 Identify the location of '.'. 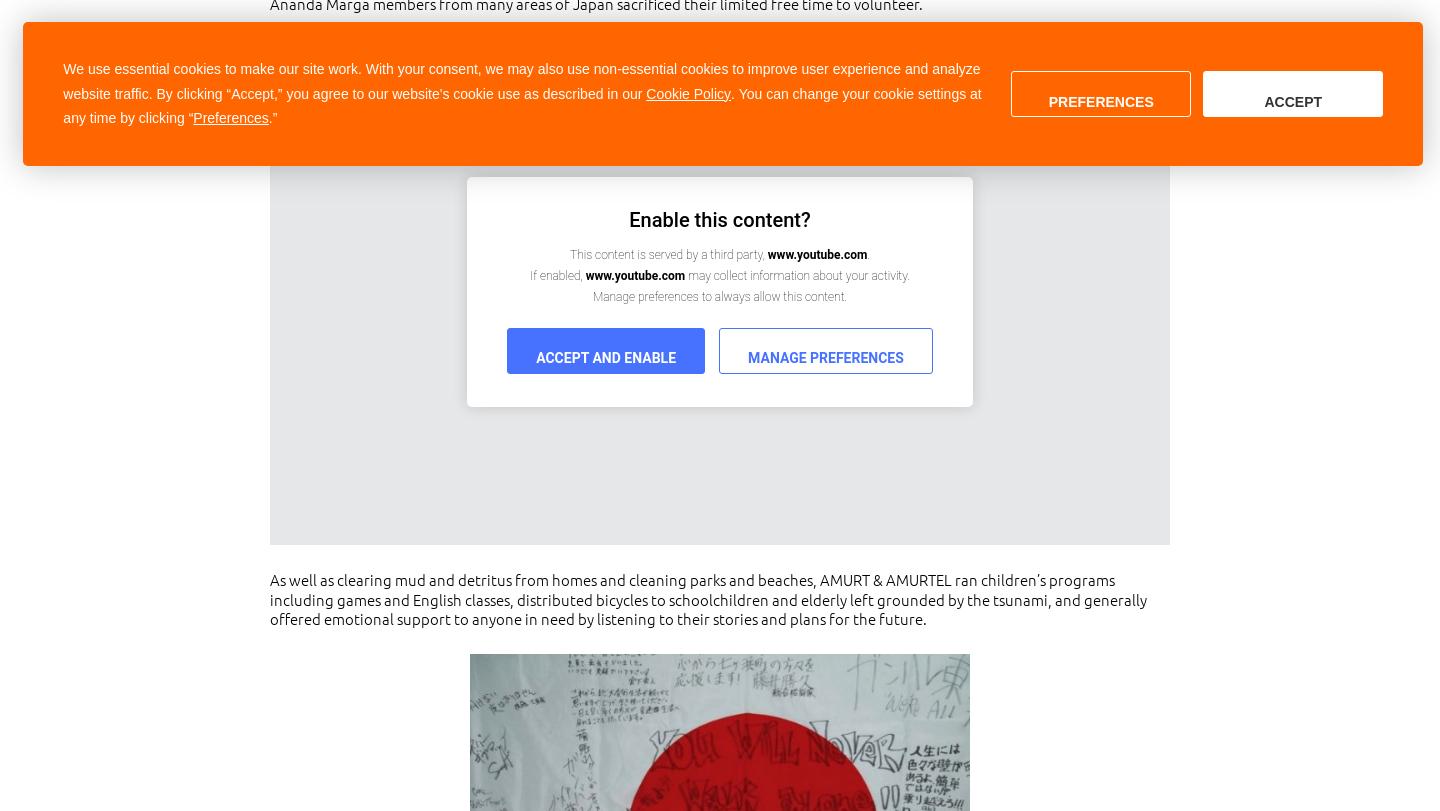
(867, 256).